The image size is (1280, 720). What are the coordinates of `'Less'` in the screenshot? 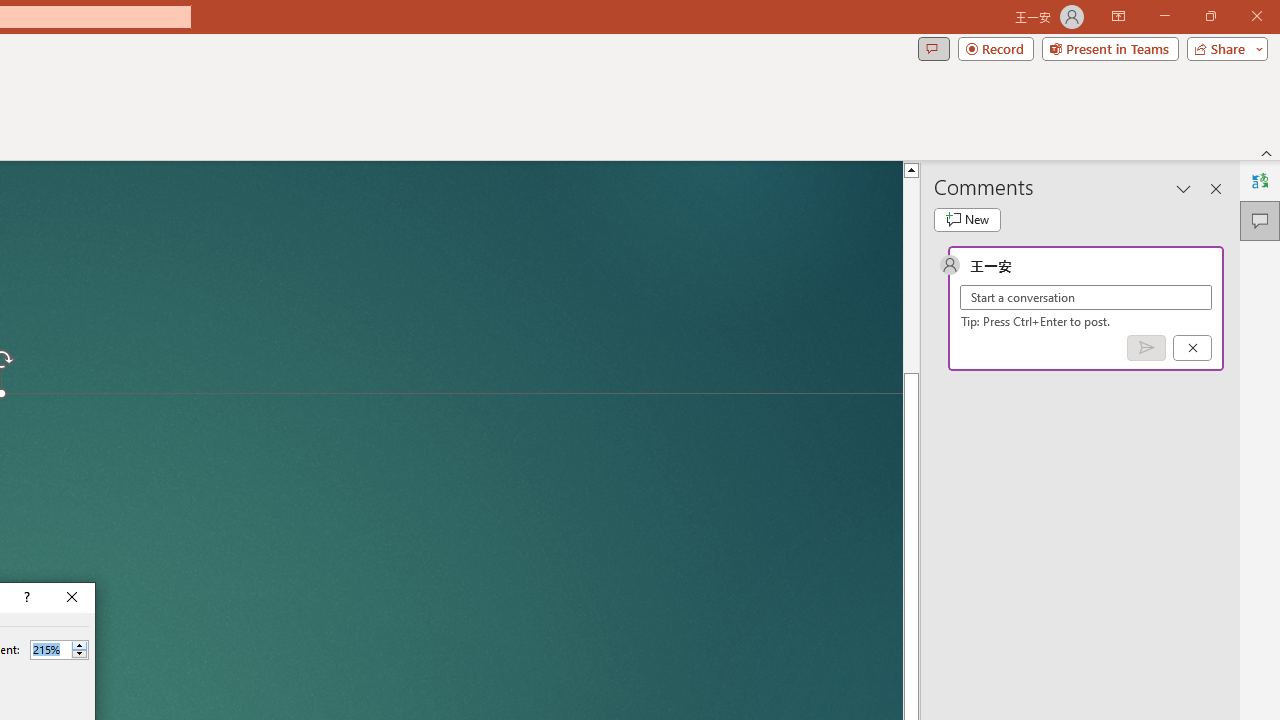 It's located at (79, 654).